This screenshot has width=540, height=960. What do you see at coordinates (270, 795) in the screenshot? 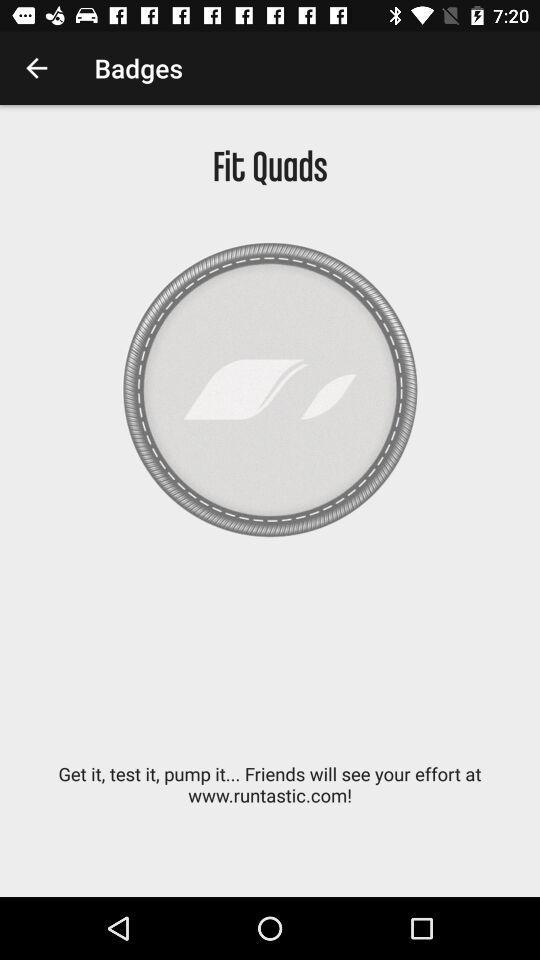
I see `get it test item` at bounding box center [270, 795].